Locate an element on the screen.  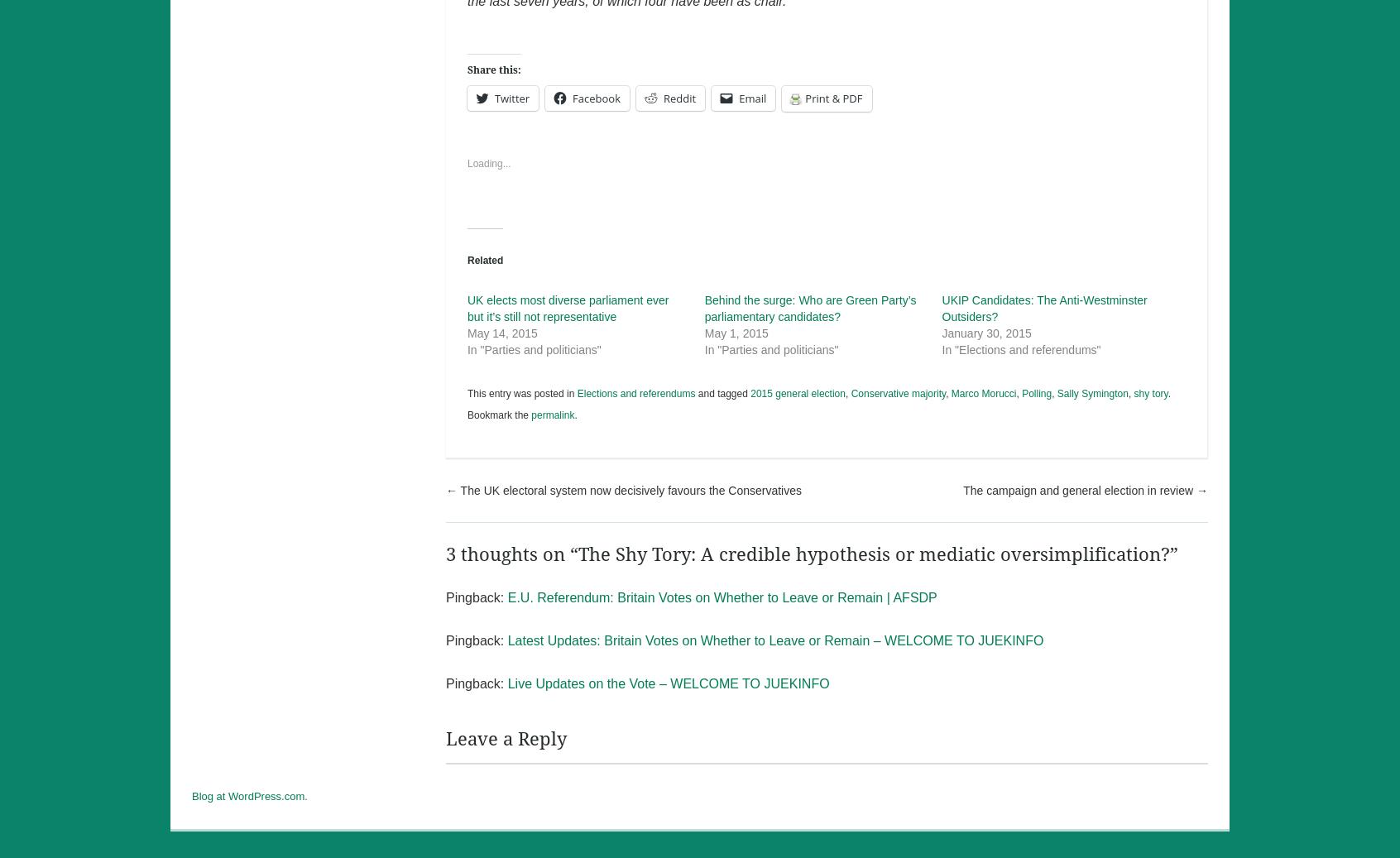
'and tagged' is located at coordinates (722, 392).